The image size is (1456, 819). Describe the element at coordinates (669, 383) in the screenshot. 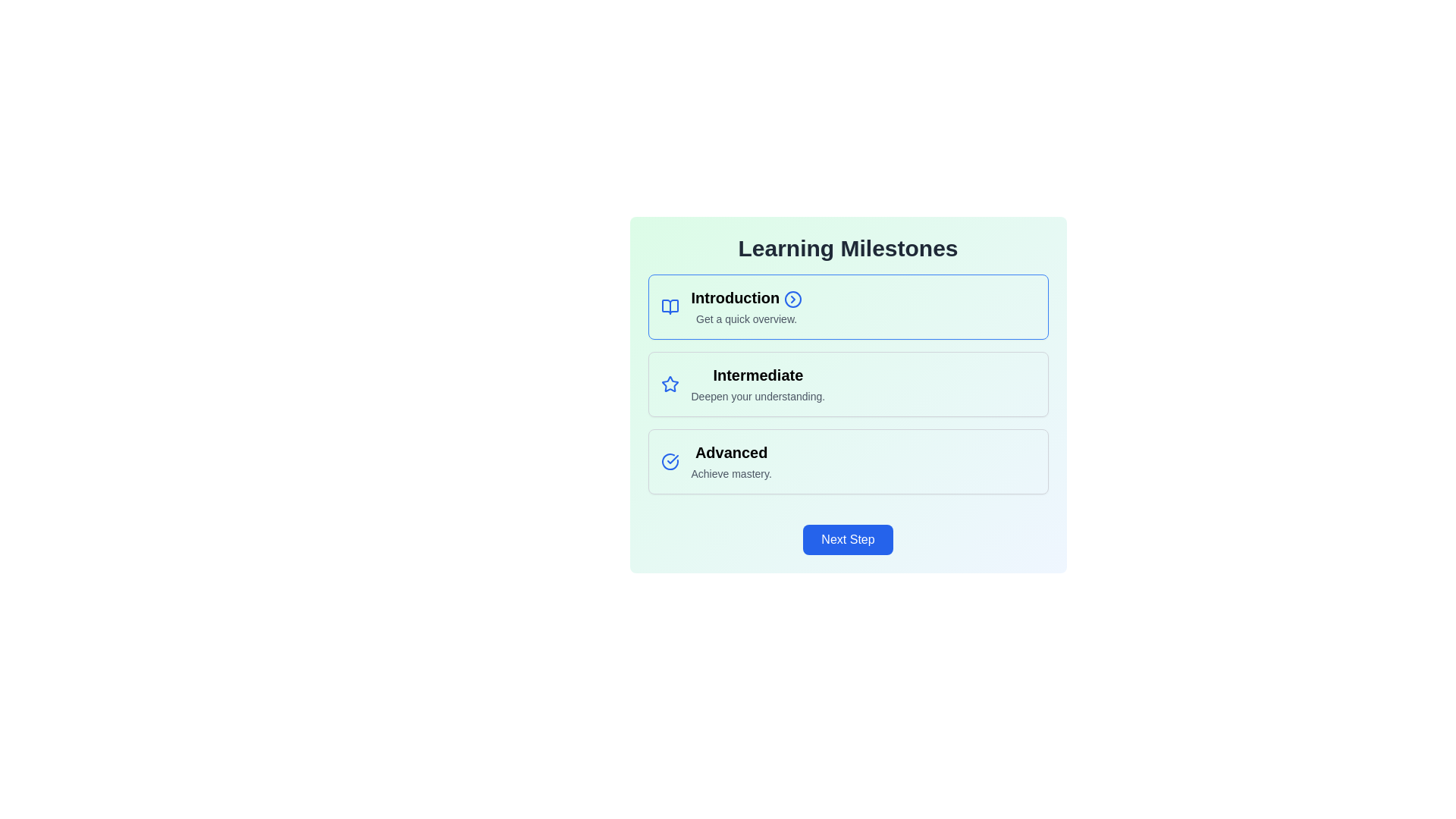

I see `the star-shaped icon with a blue outline located in the 'Learning Milestones' section, specifically in the second row of the 'Intermediate' milestone` at that location.